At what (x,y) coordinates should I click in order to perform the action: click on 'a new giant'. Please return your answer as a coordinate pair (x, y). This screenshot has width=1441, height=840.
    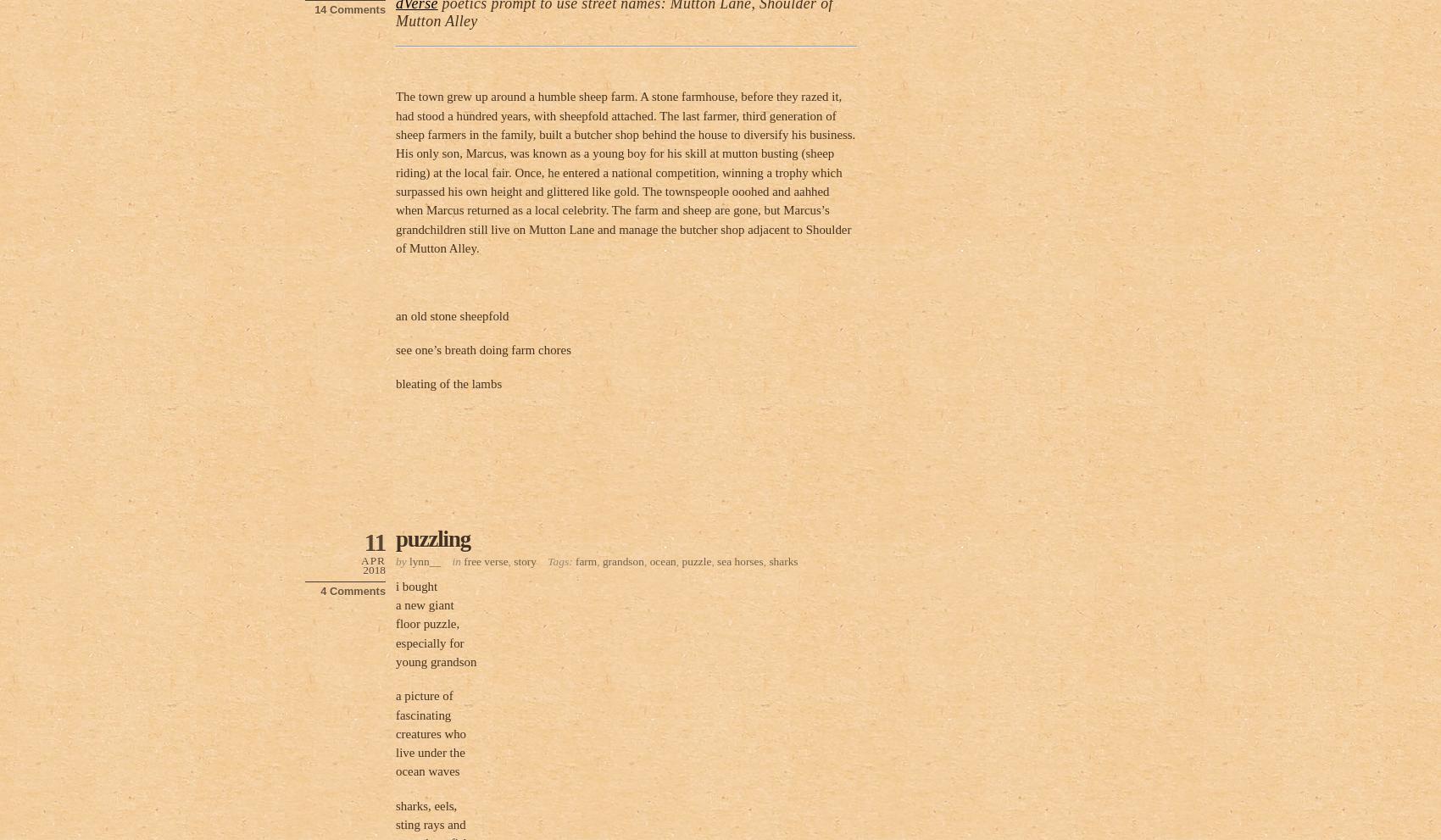
    Looking at the image, I should click on (424, 605).